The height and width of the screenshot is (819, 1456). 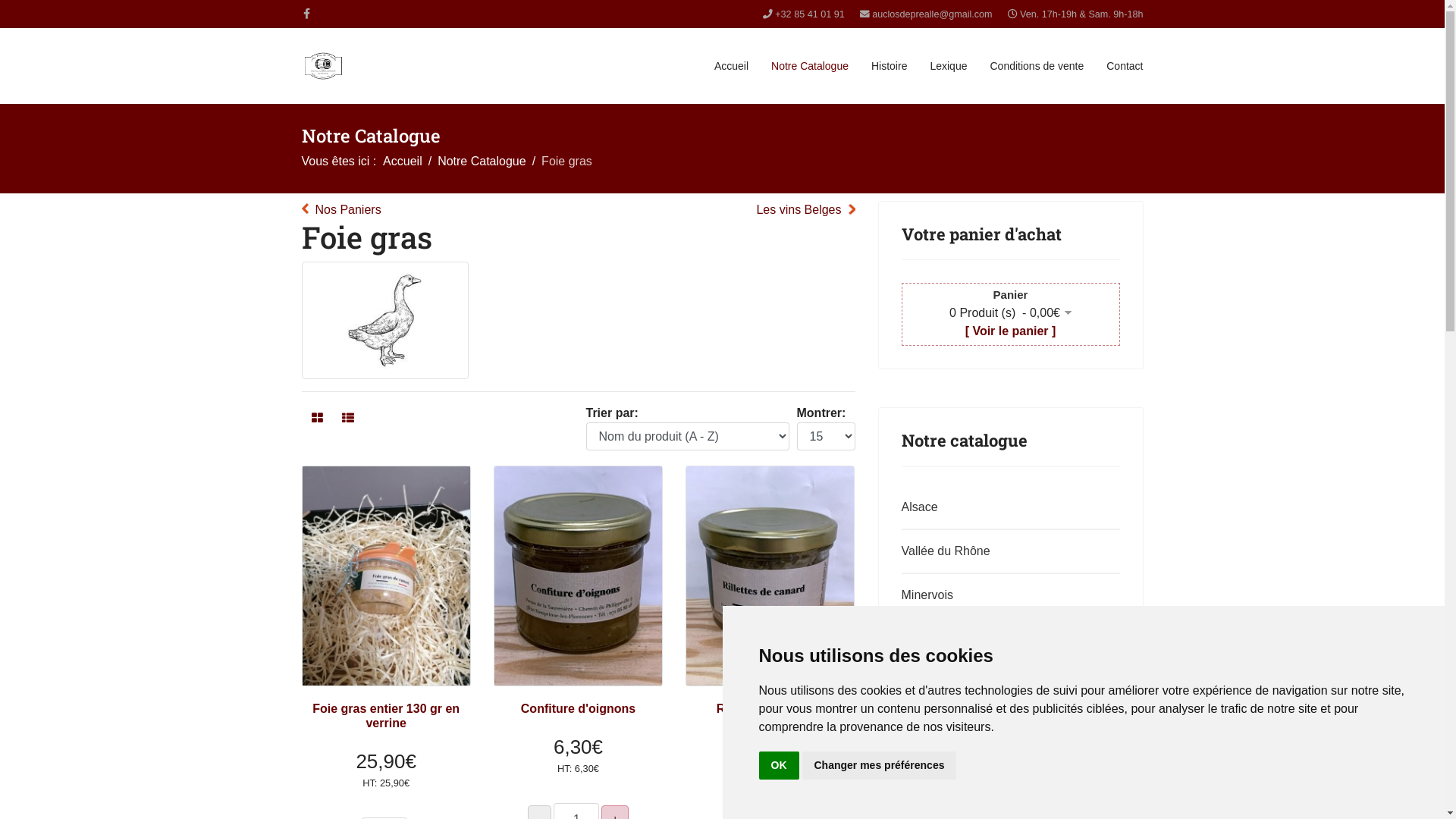 What do you see at coordinates (385, 576) in the screenshot?
I see `'Foie gras entier 130 gr en verrine'` at bounding box center [385, 576].